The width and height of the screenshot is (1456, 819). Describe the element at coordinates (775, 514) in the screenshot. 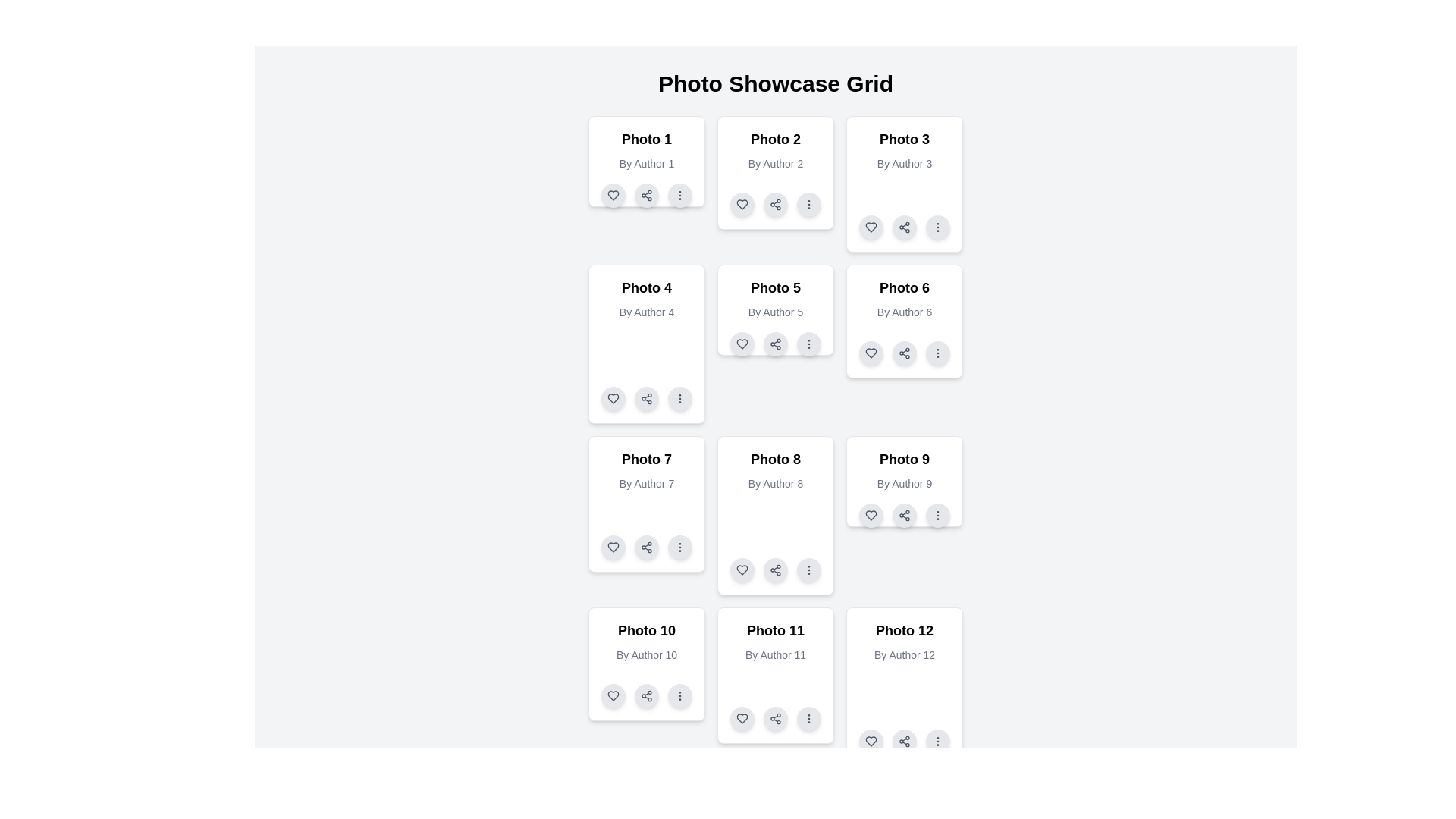

I see `the like button on the Content Card titled 'Photo 8', which features a white background and rounded corners, located in the middle column of the grid` at that location.